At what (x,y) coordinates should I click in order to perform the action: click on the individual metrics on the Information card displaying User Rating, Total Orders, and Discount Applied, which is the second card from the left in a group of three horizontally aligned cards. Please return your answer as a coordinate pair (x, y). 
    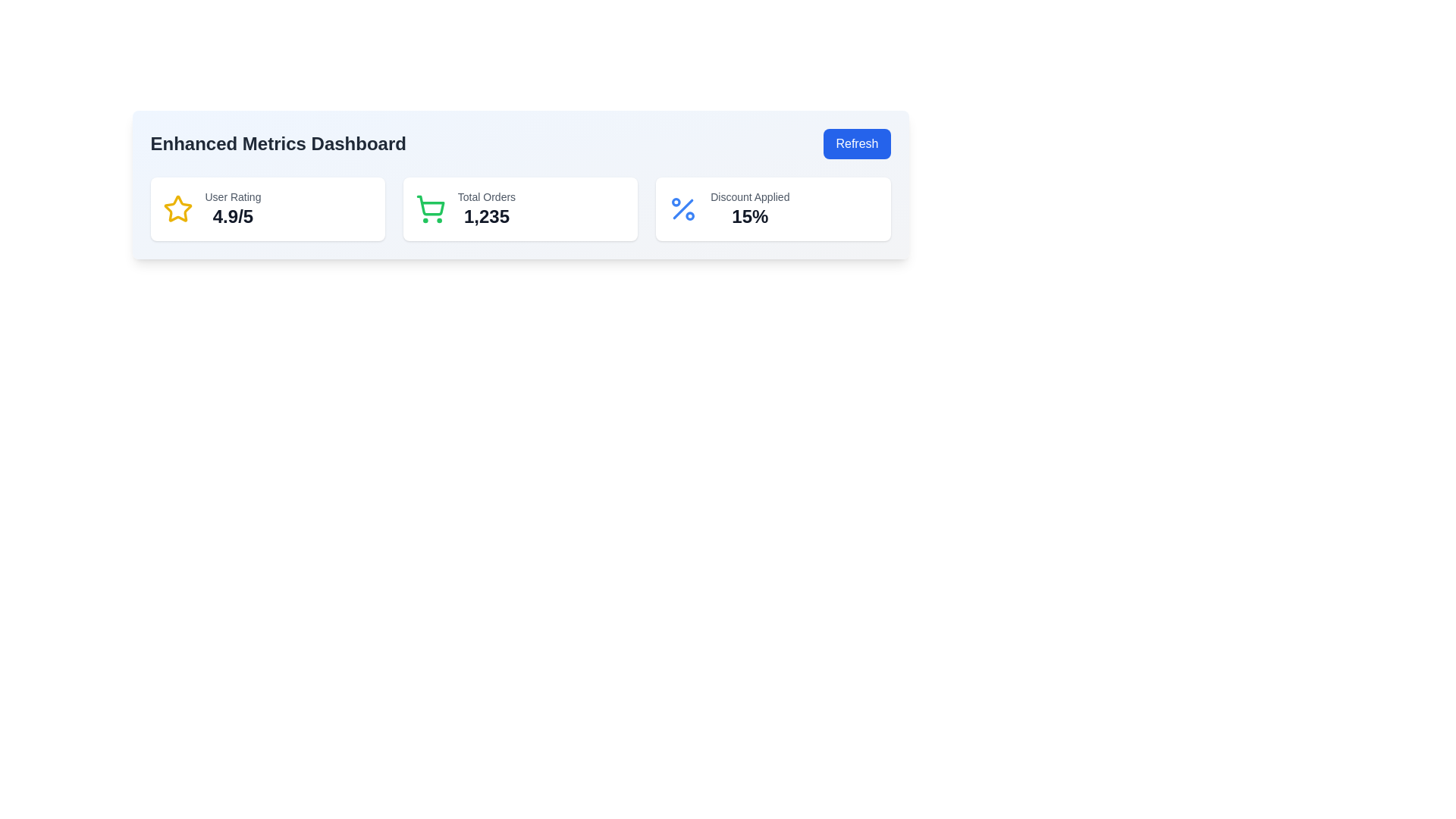
    Looking at the image, I should click on (520, 209).